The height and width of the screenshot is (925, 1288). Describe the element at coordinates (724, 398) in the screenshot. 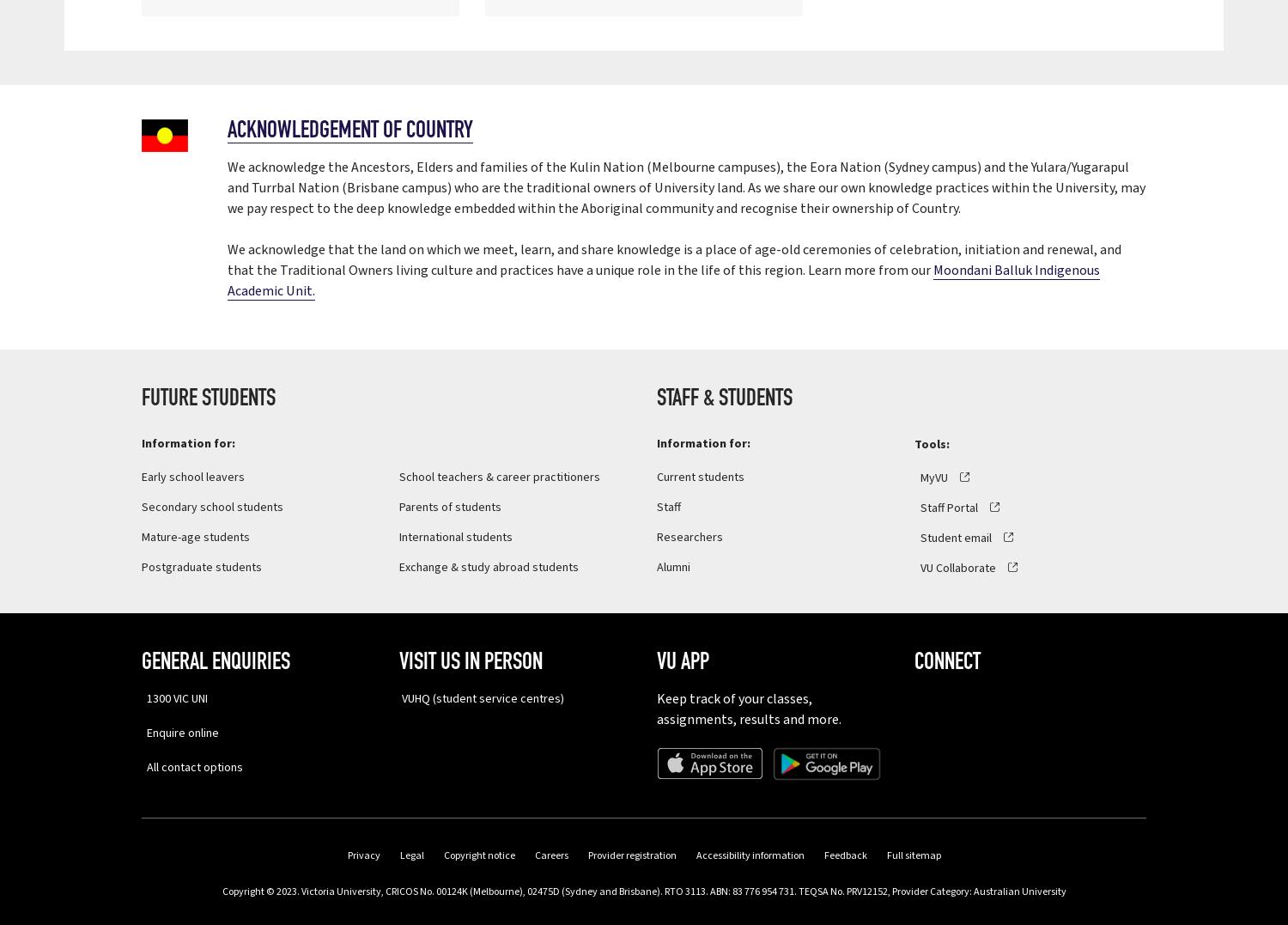

I see `'Staff & students'` at that location.